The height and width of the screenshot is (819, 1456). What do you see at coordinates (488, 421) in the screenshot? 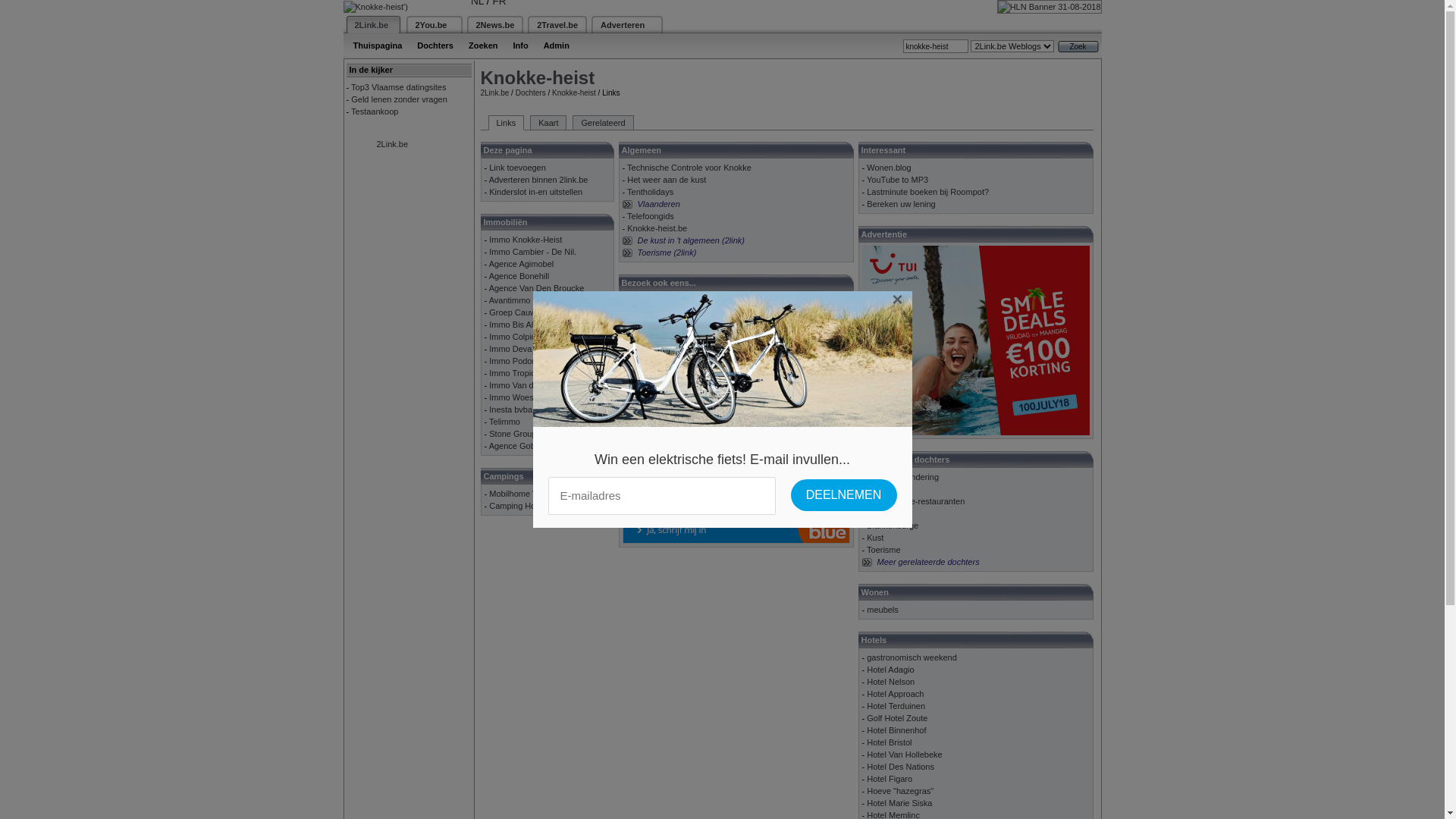
I see `'Telimmo'` at bounding box center [488, 421].